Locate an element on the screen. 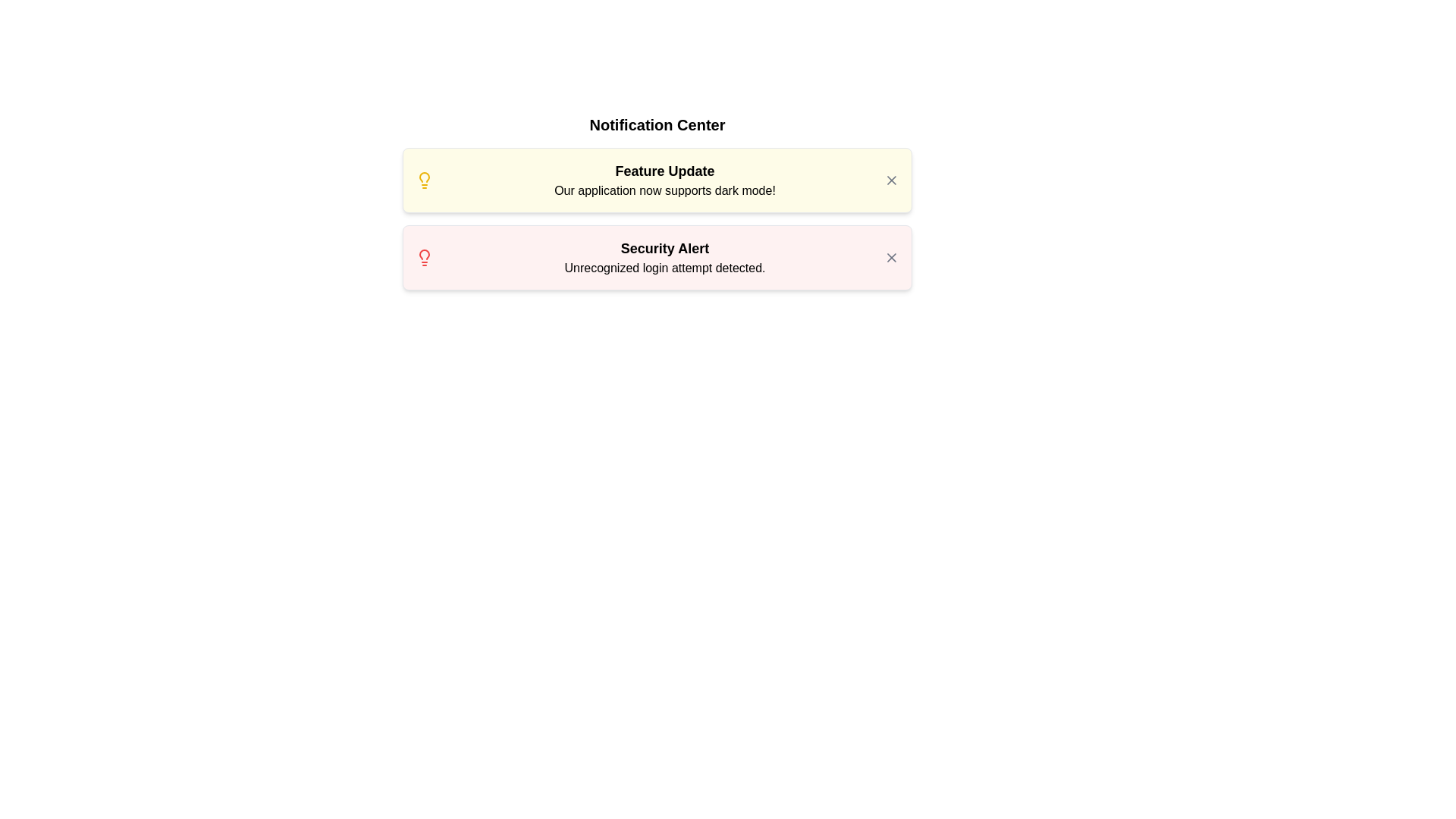  the 'Security Alert' text label is located at coordinates (665, 256).